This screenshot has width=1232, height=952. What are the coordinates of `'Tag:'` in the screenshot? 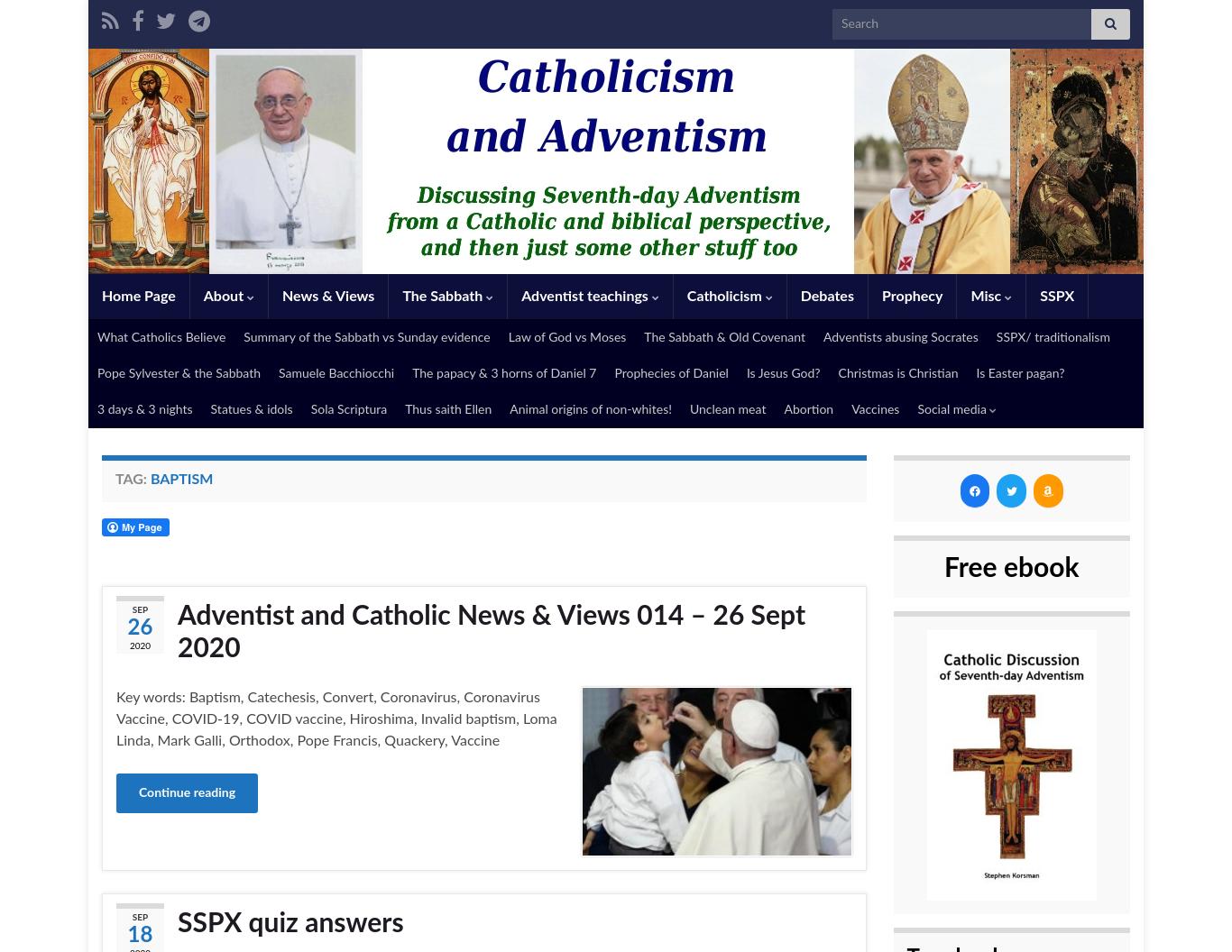 It's located at (131, 480).